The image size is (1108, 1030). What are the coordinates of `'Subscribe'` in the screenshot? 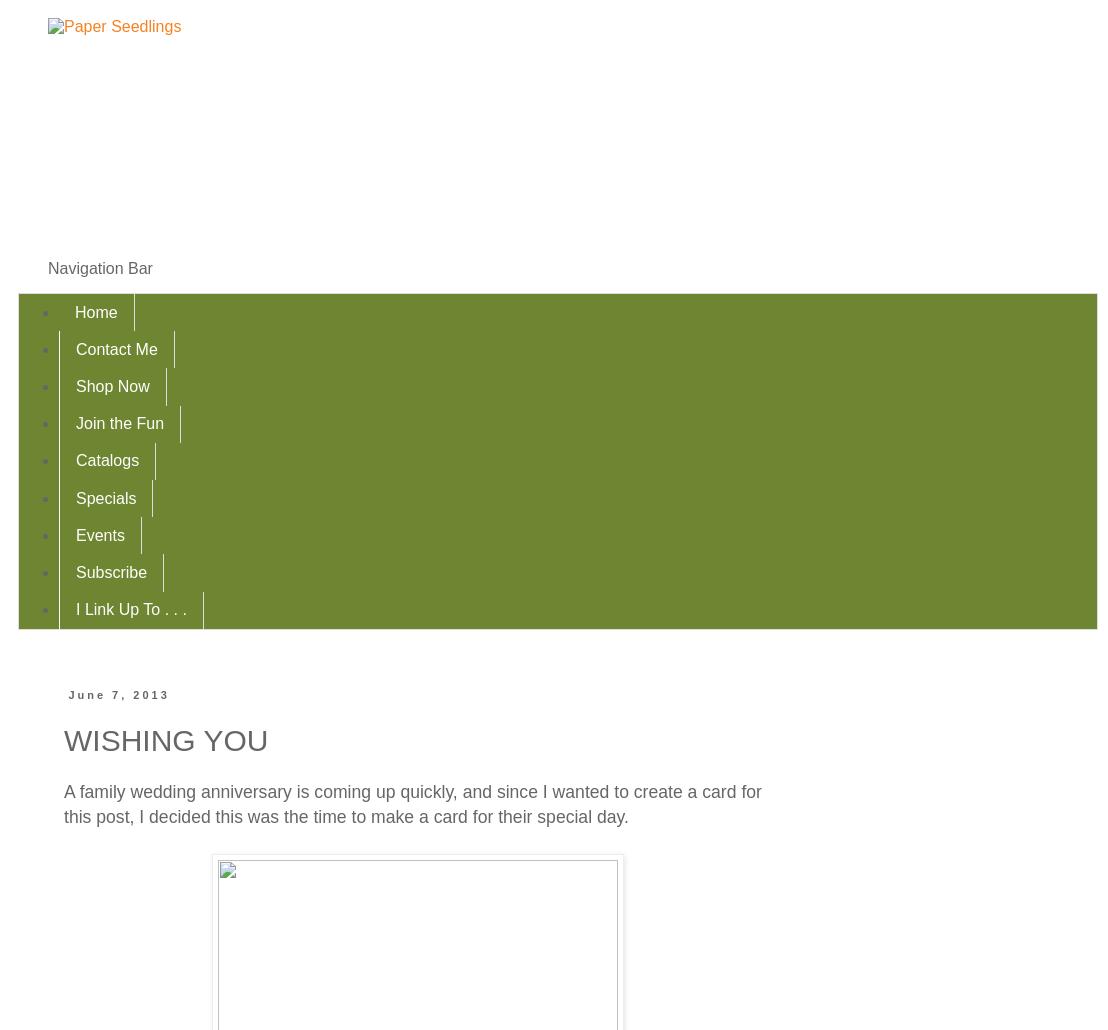 It's located at (111, 571).